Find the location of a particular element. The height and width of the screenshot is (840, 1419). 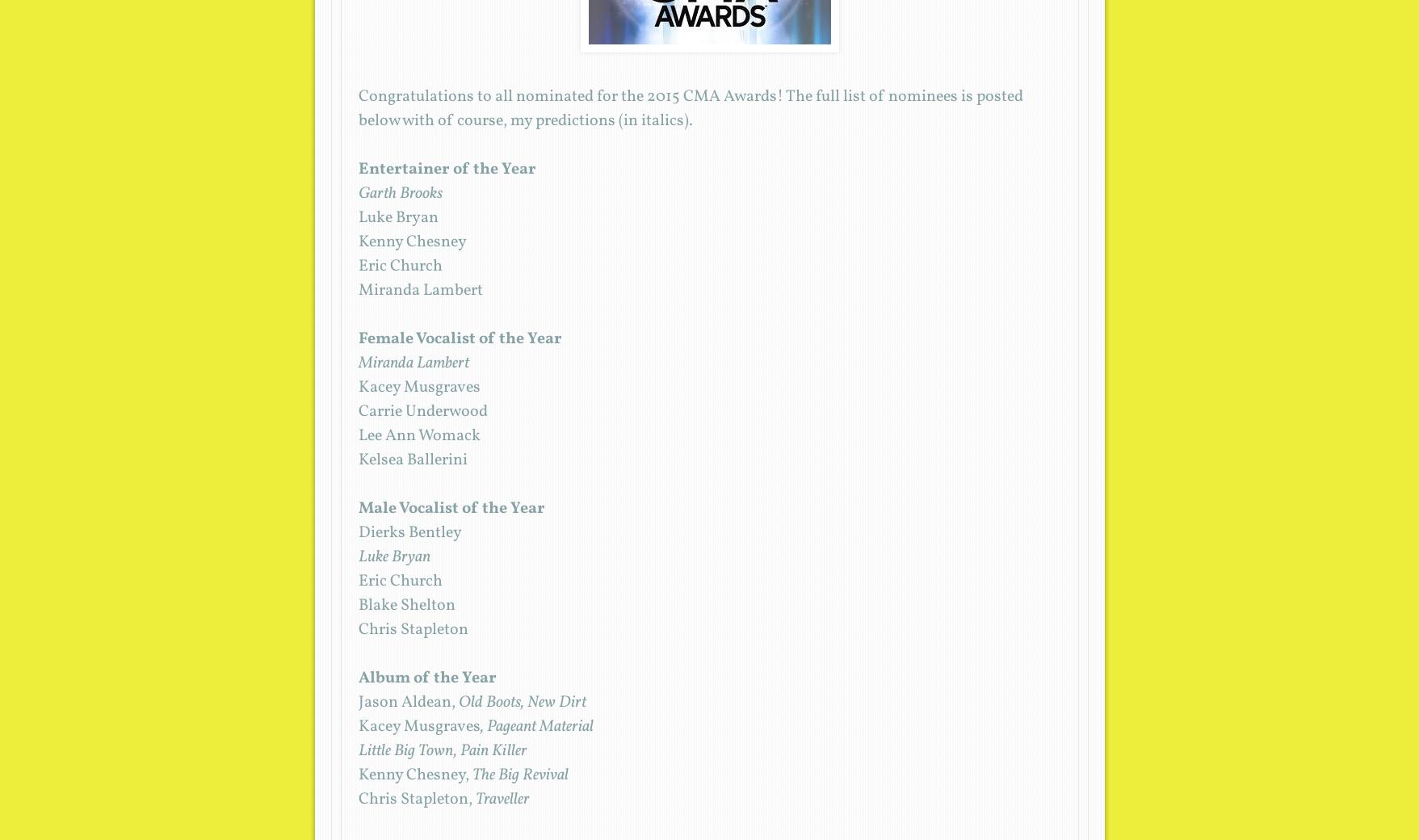

'Blake Shelton' is located at coordinates (406, 606).